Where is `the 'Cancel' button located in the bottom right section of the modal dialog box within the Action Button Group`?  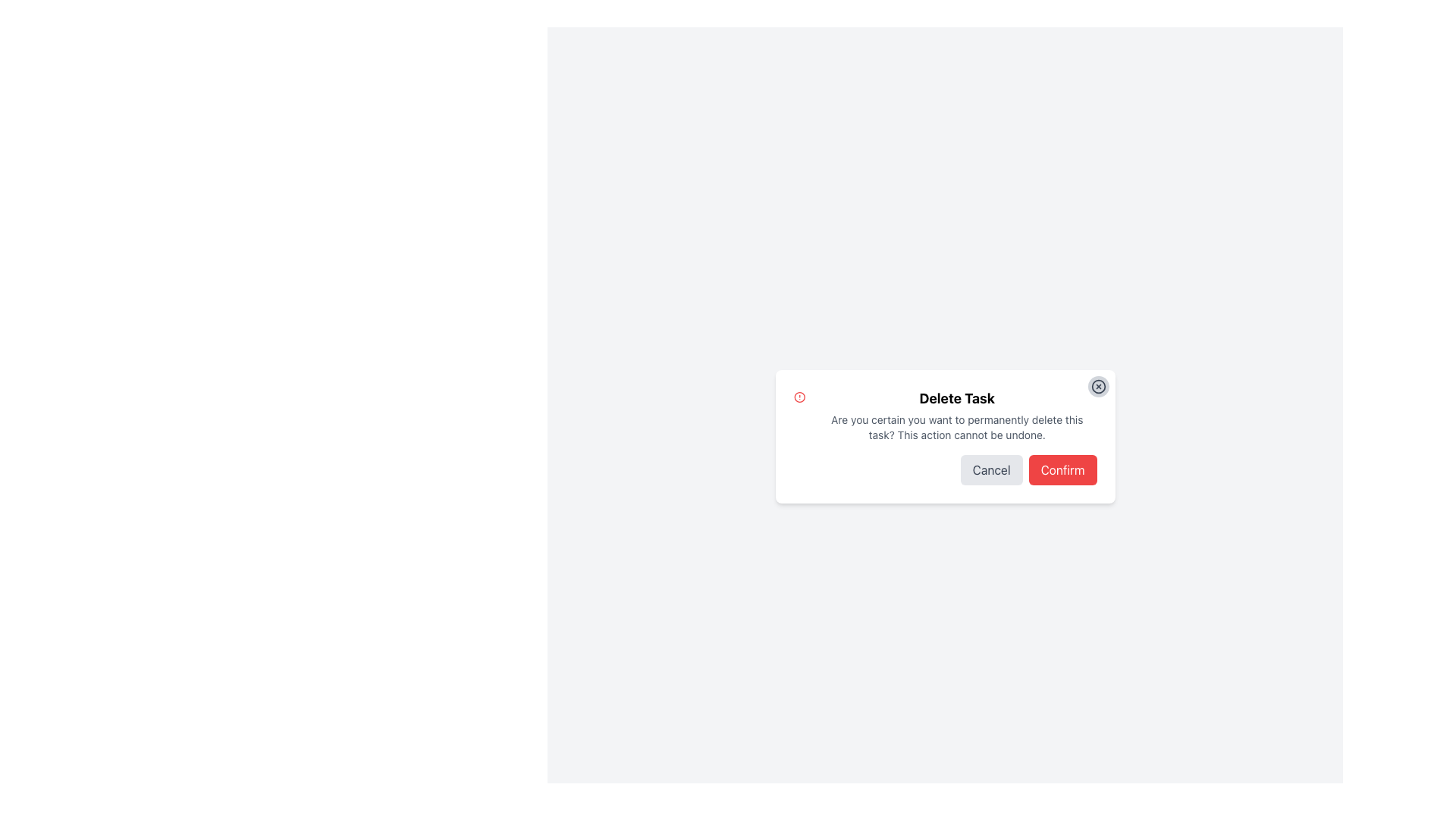
the 'Cancel' button located in the bottom right section of the modal dialog box within the Action Button Group is located at coordinates (944, 469).